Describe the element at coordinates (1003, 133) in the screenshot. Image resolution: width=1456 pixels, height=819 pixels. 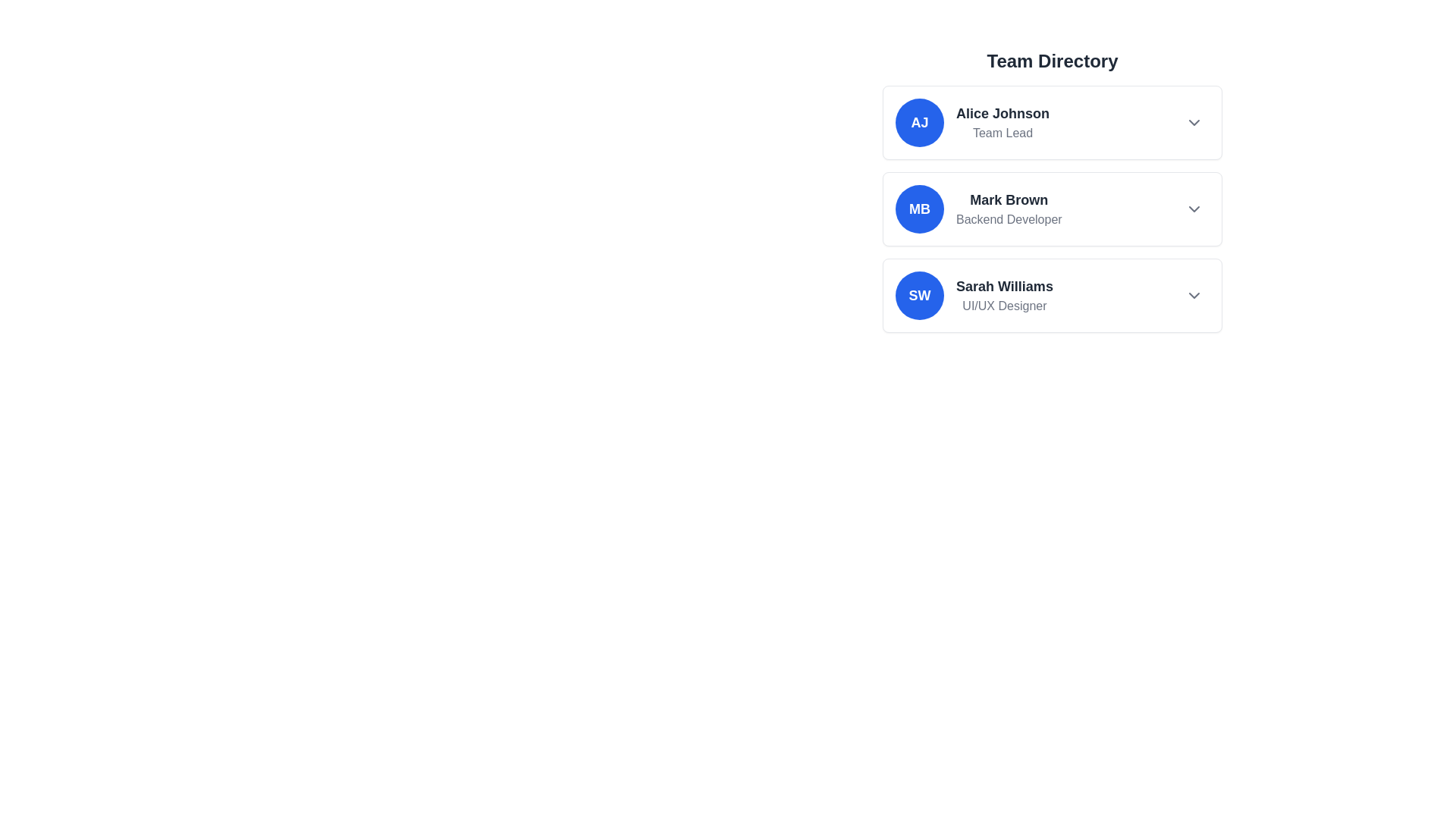
I see `the 'Team Lead' text label, which is styled in subdued gray and located below the bold text 'Alice Johnson' in the 'Team Directory' section` at that location.